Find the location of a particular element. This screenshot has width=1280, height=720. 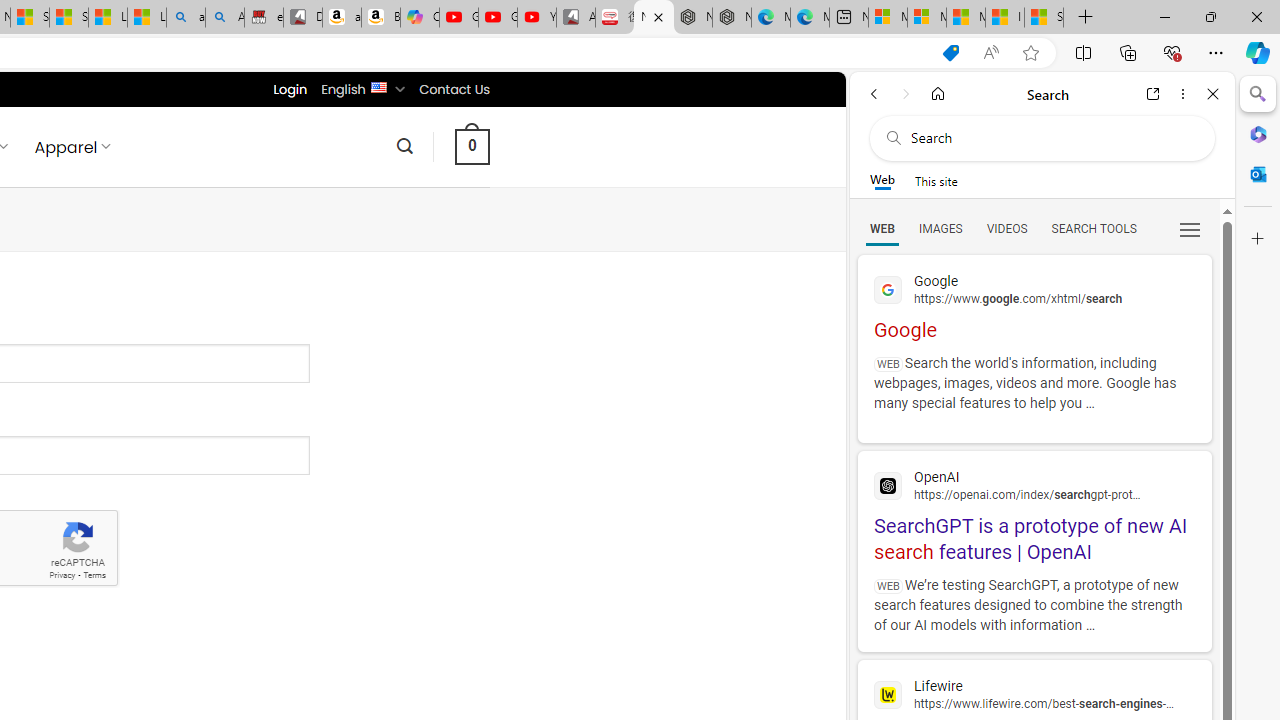

'Forward' is located at coordinates (905, 93).